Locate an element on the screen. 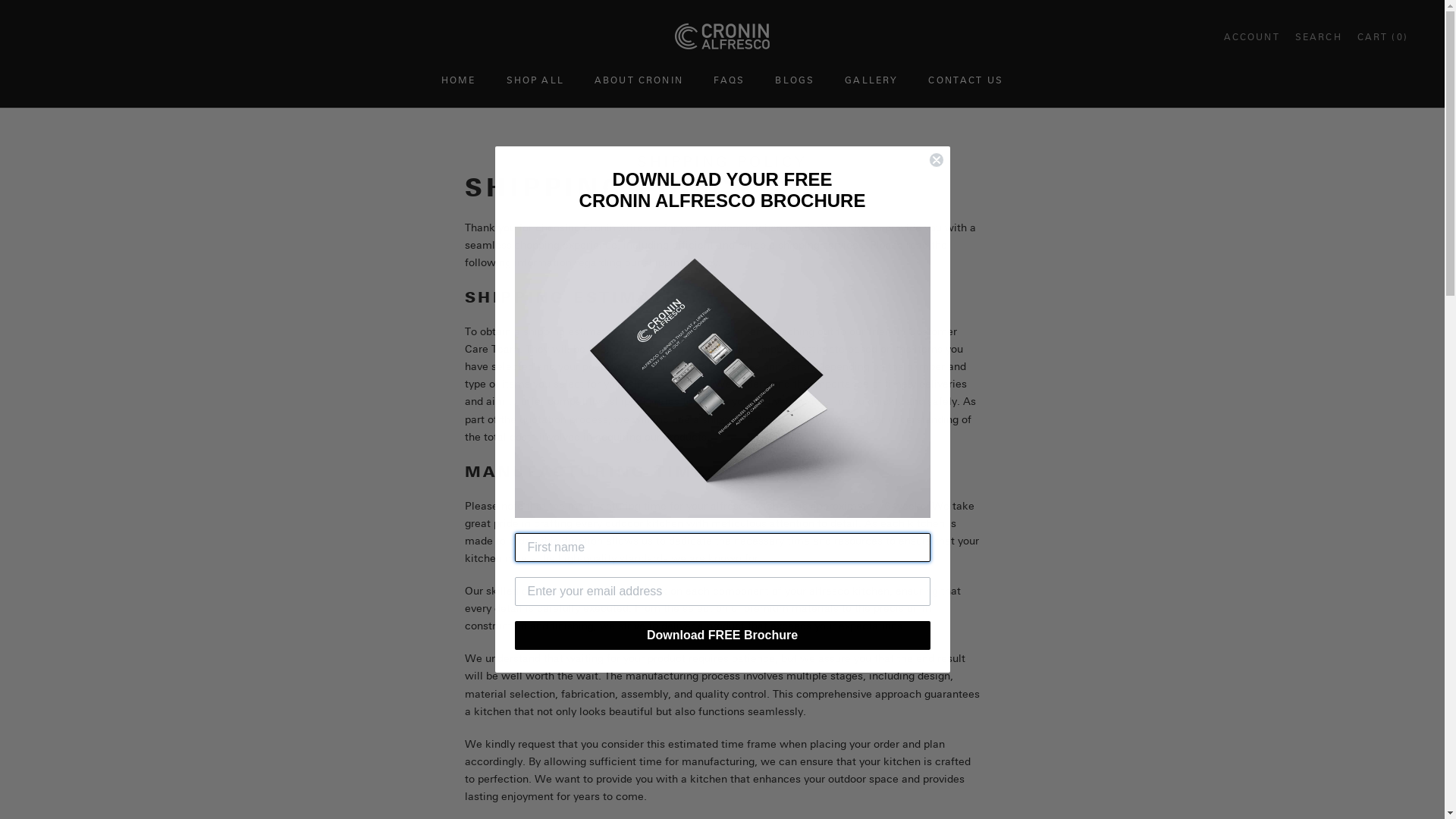  'Close dialog 1' is located at coordinates (927, 160).